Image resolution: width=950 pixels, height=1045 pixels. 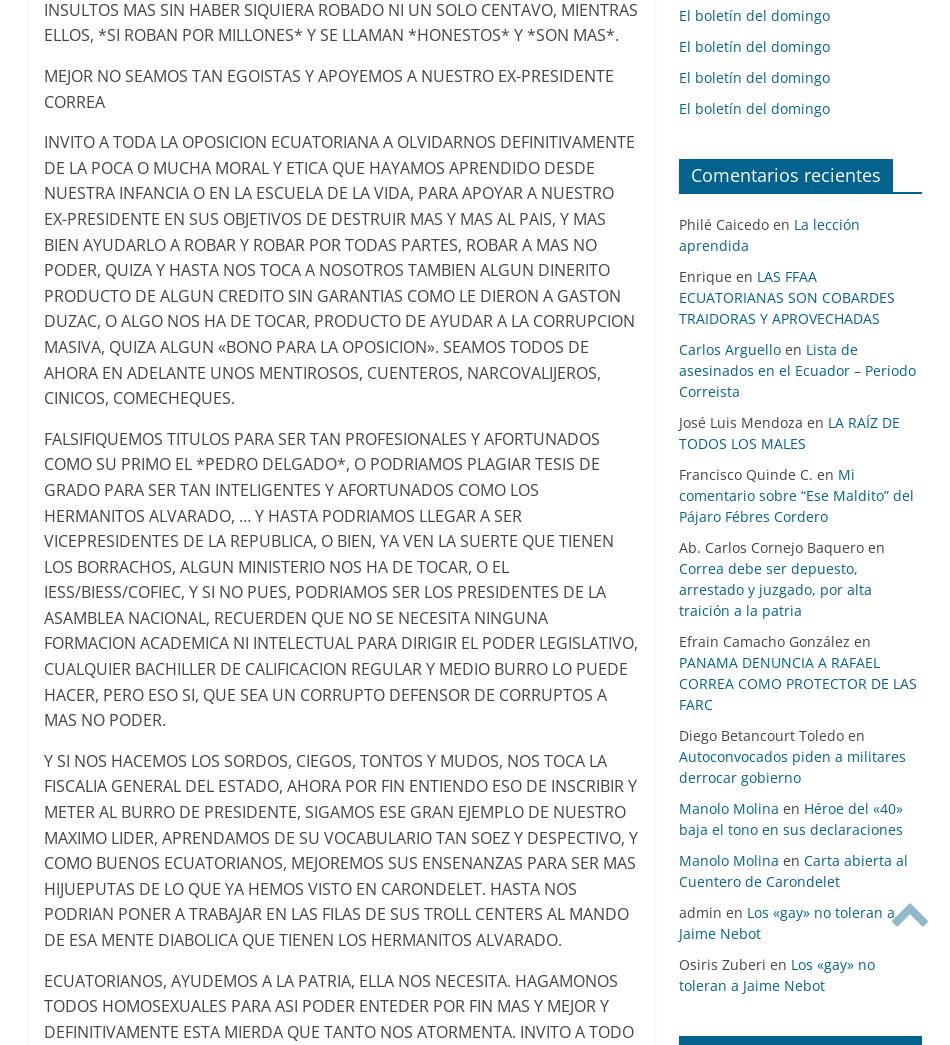 I want to click on 'Comentarios recientes', so click(x=783, y=172).